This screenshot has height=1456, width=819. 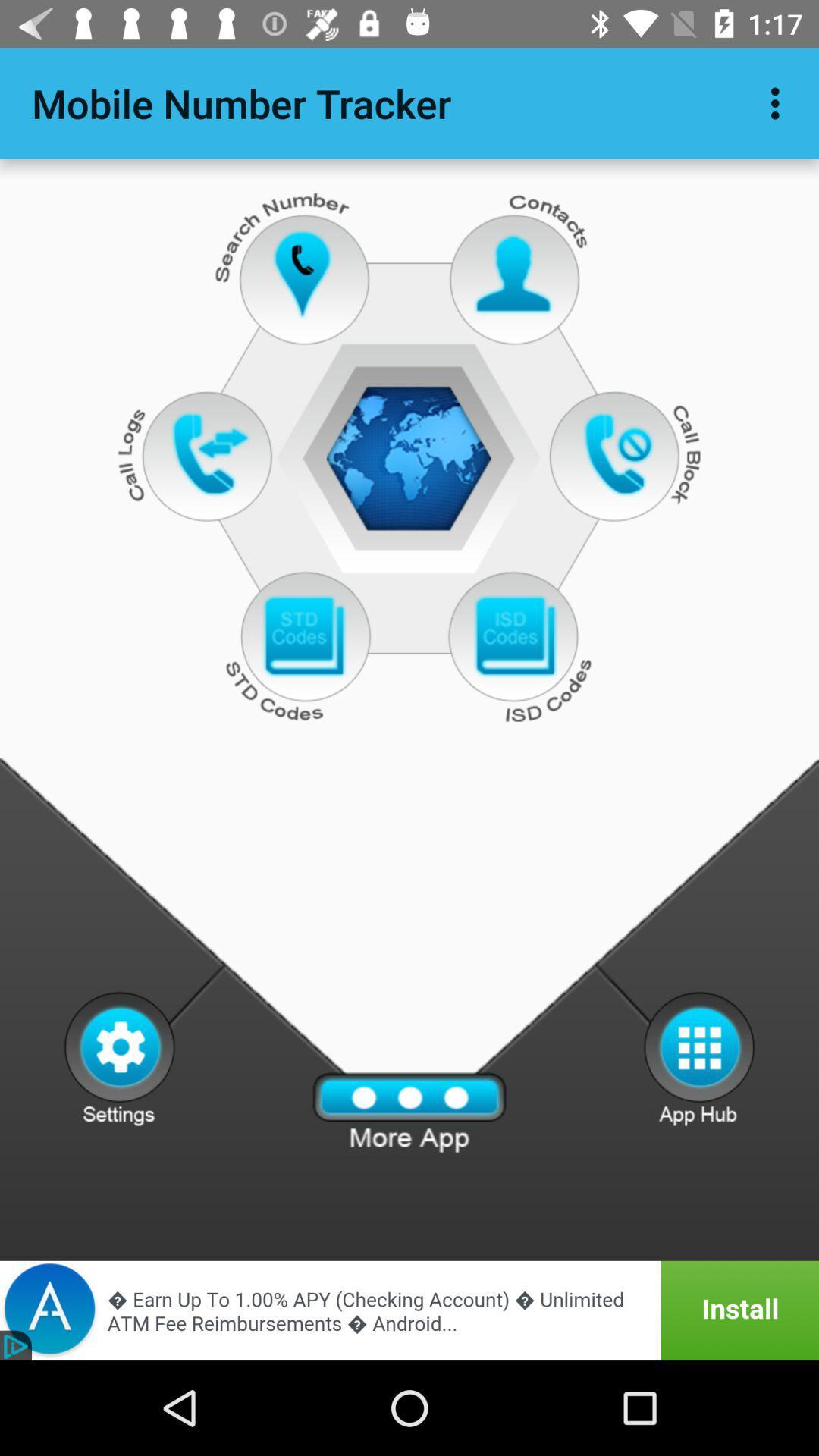 I want to click on call block, so click(x=622, y=453).